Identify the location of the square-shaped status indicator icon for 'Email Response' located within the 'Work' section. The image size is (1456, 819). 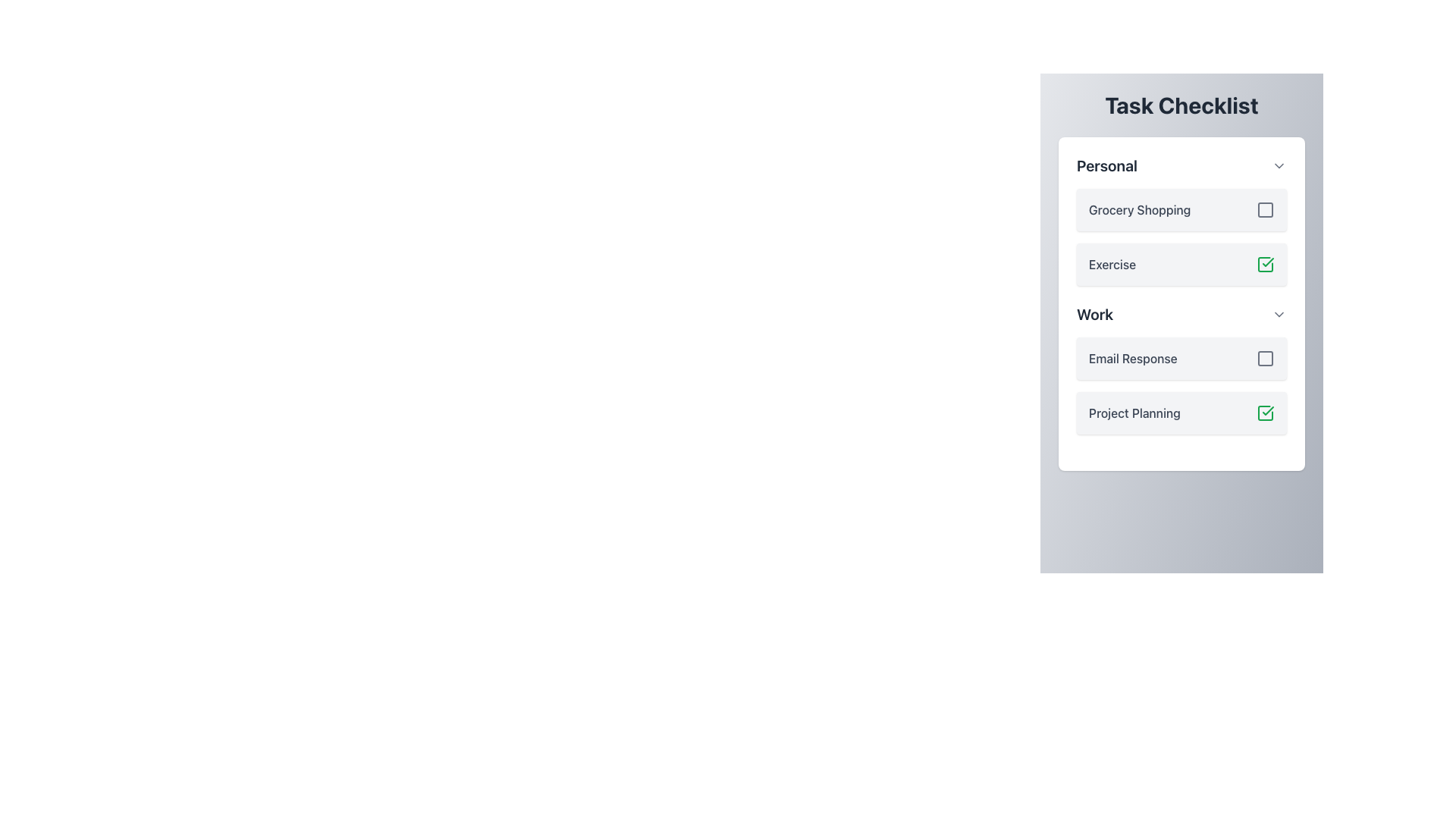
(1266, 359).